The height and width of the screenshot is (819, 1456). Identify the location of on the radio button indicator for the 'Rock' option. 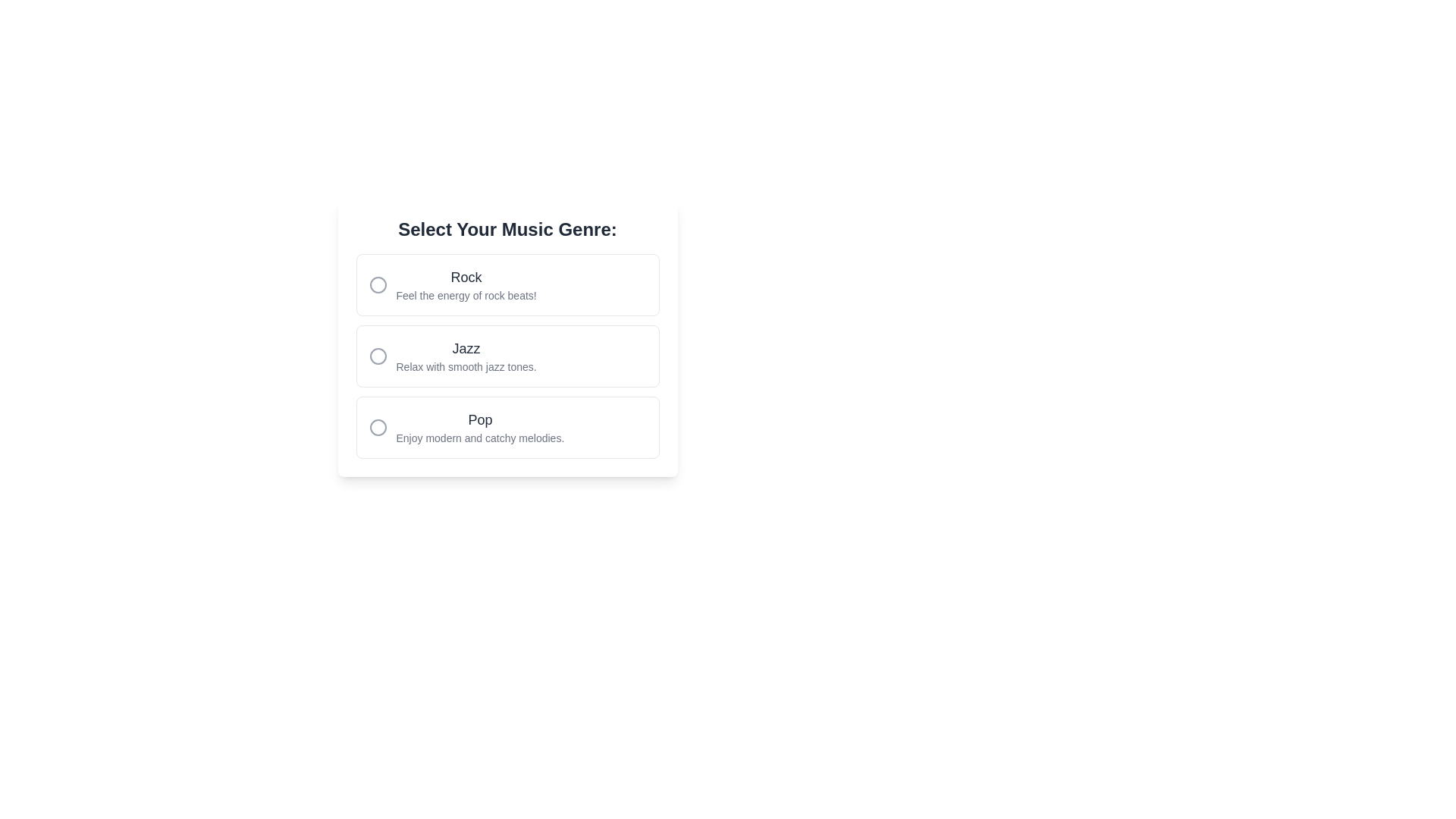
(378, 284).